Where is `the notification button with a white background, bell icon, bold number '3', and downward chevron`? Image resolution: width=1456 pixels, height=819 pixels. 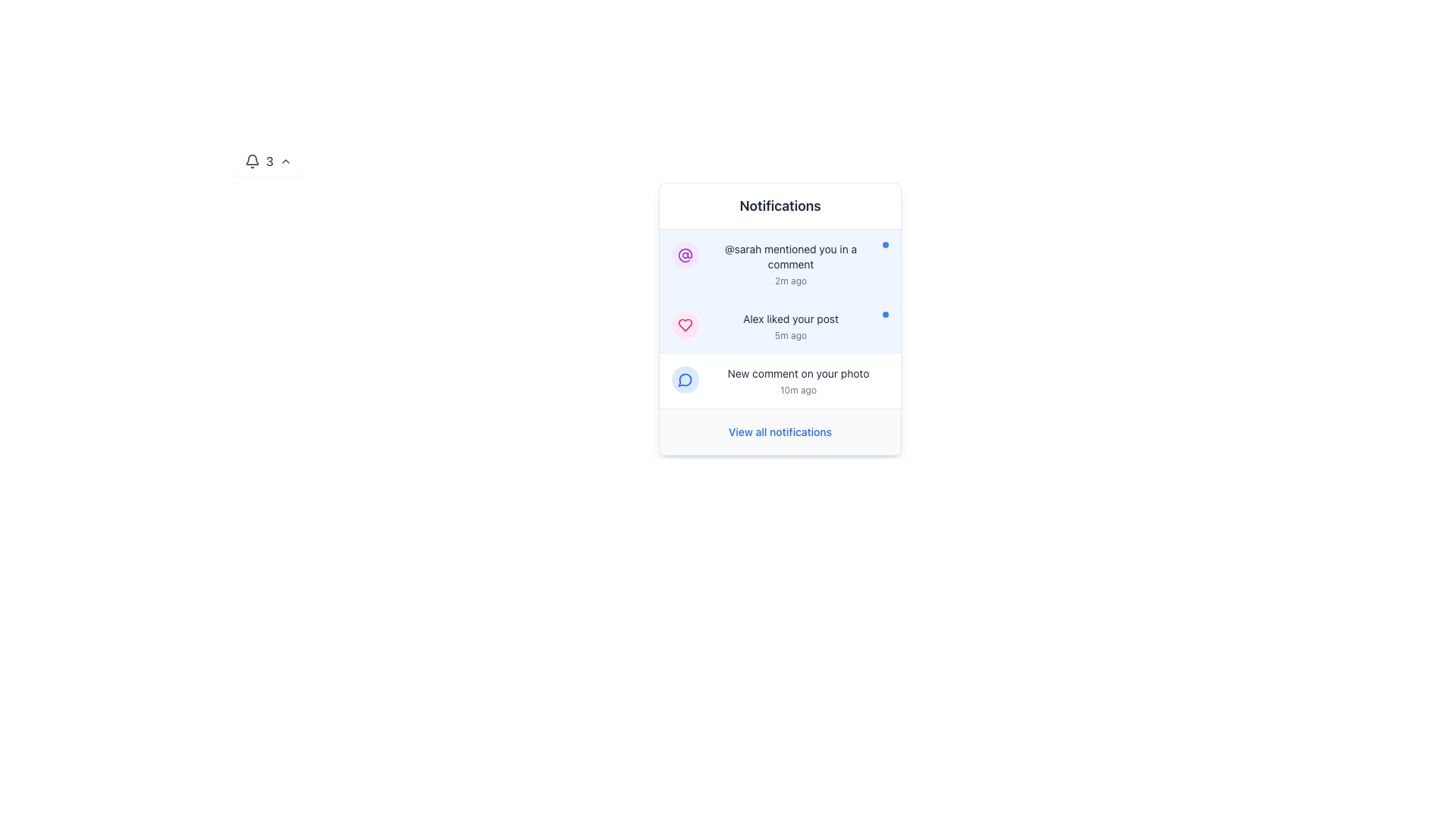 the notification button with a white background, bell icon, bold number '3', and downward chevron is located at coordinates (268, 161).